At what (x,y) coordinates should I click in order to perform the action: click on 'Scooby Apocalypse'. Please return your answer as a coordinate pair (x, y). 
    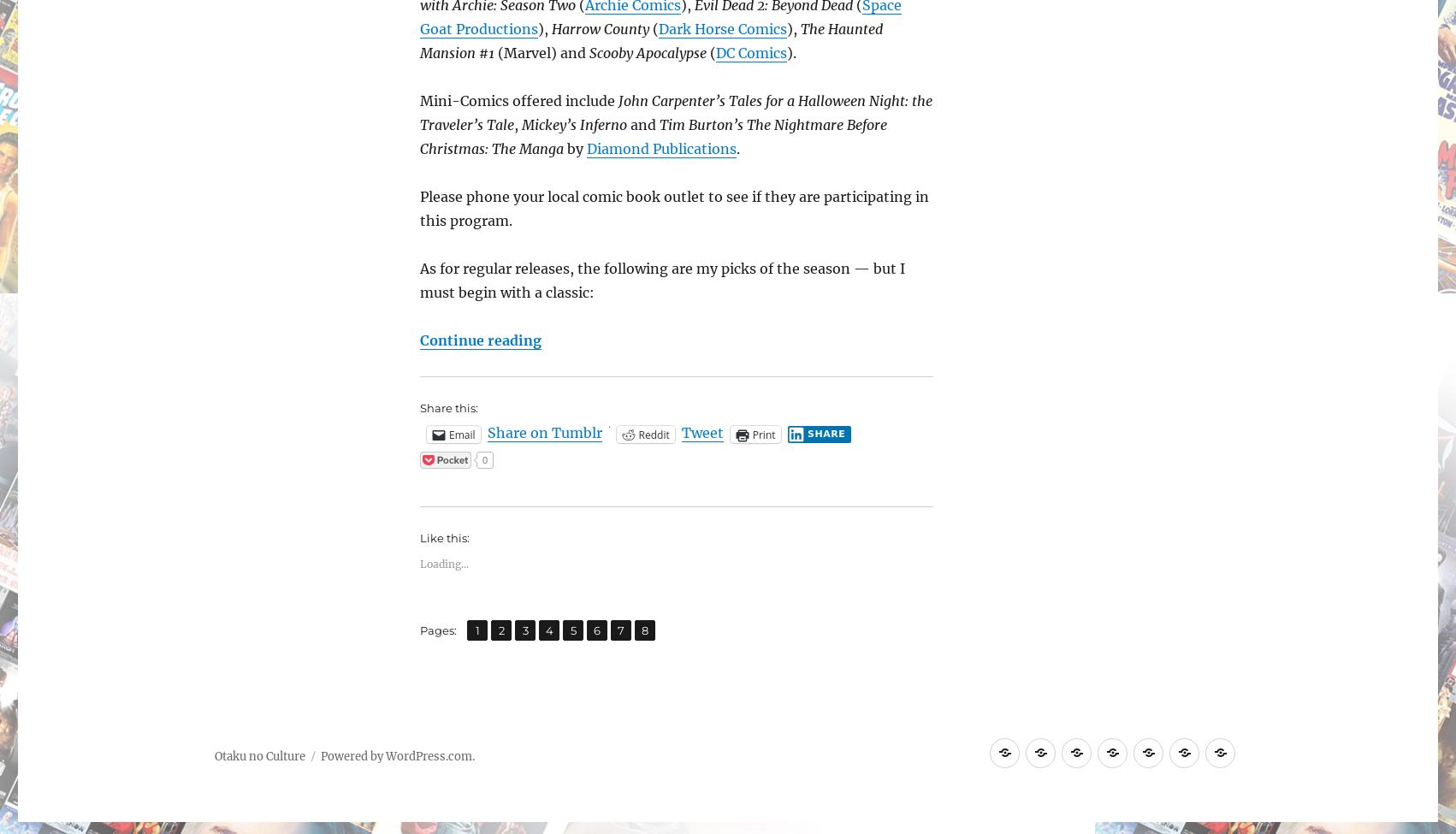
    Looking at the image, I should click on (647, 53).